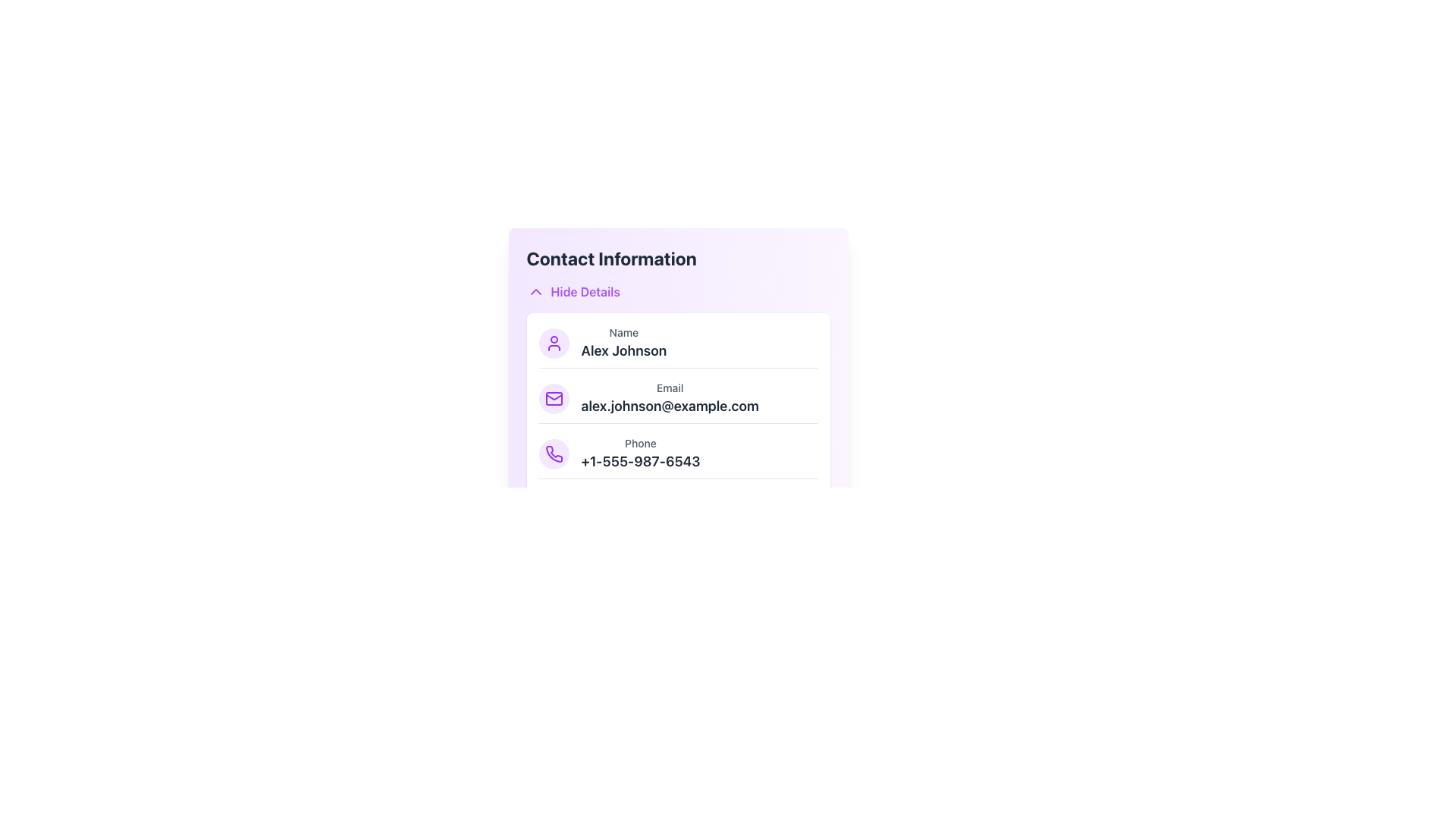  What do you see at coordinates (553, 343) in the screenshot?
I see `the user silhouette icon with a purple border and light purple background, located to the left of the 'Name' label for Alex Johnson` at bounding box center [553, 343].